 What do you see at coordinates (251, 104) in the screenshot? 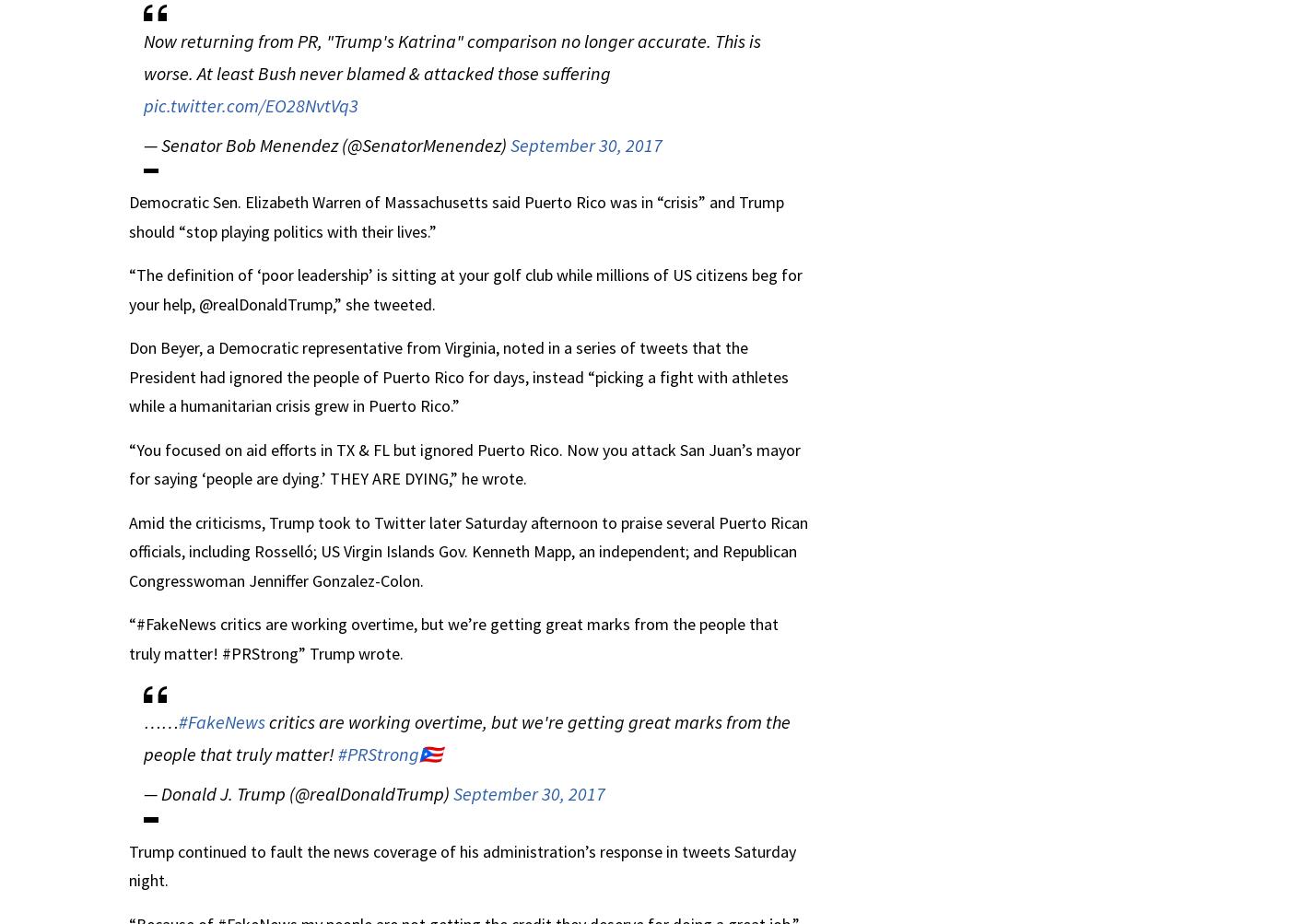
I see `'pic.twitter.com/EO28NvtVq3'` at bounding box center [251, 104].